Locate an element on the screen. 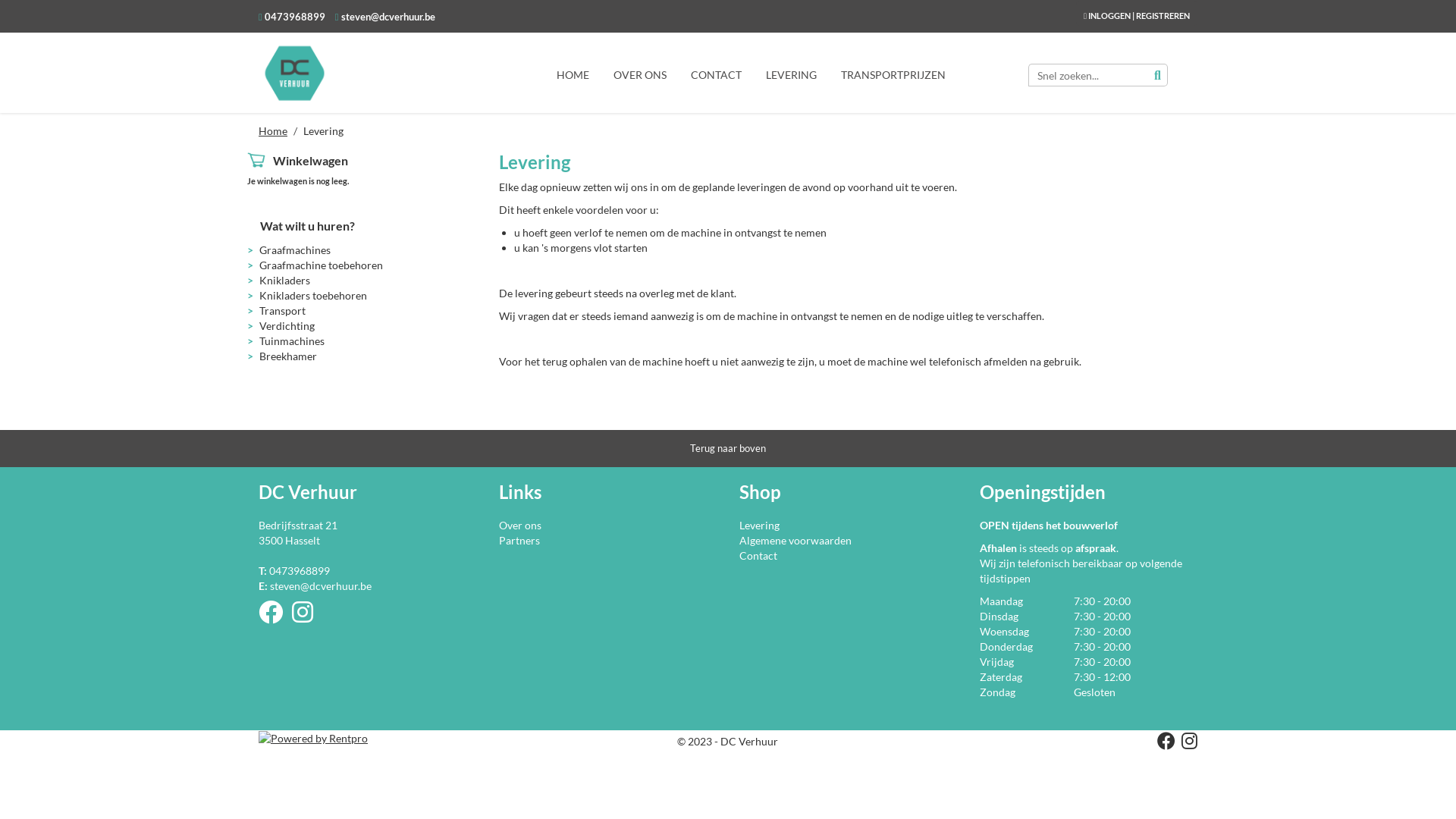 Image resolution: width=1456 pixels, height=819 pixels. 'Knikladers toebehoren' is located at coordinates (312, 295).